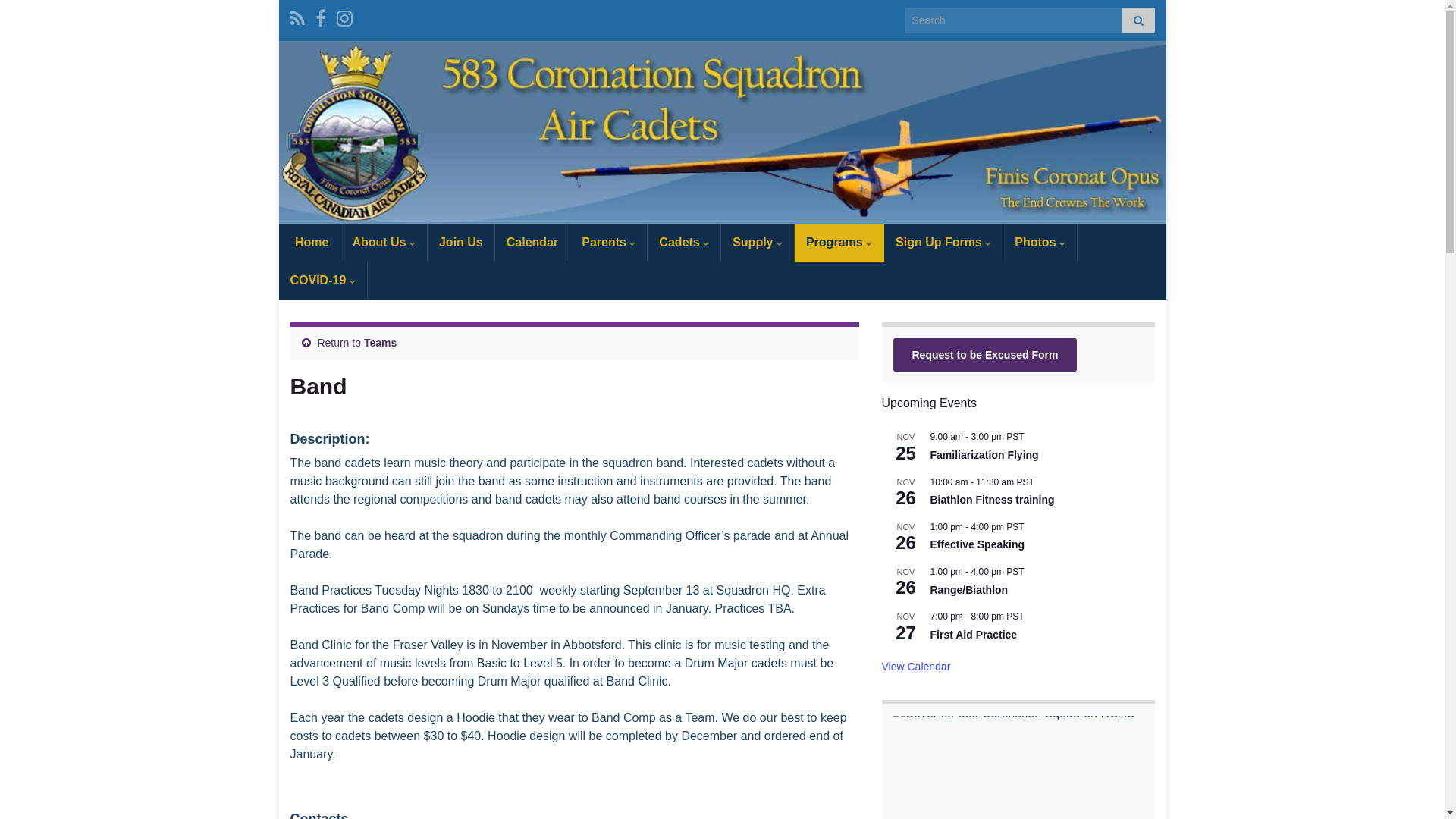 The image size is (1456, 819). Describe the element at coordinates (336, 16) in the screenshot. I see `'Instagram'` at that location.